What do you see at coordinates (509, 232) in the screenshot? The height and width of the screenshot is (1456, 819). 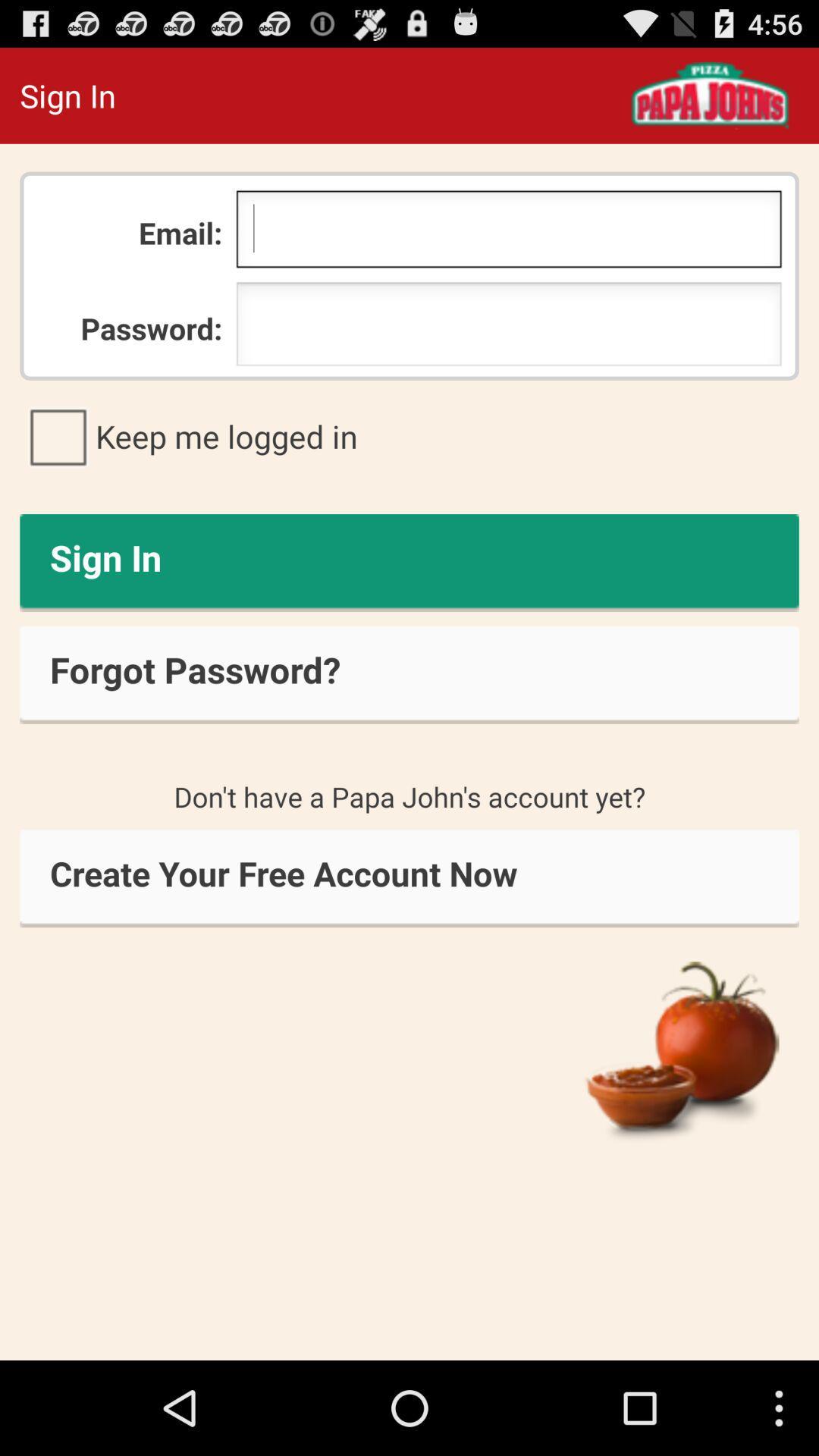 I see `type email` at bounding box center [509, 232].